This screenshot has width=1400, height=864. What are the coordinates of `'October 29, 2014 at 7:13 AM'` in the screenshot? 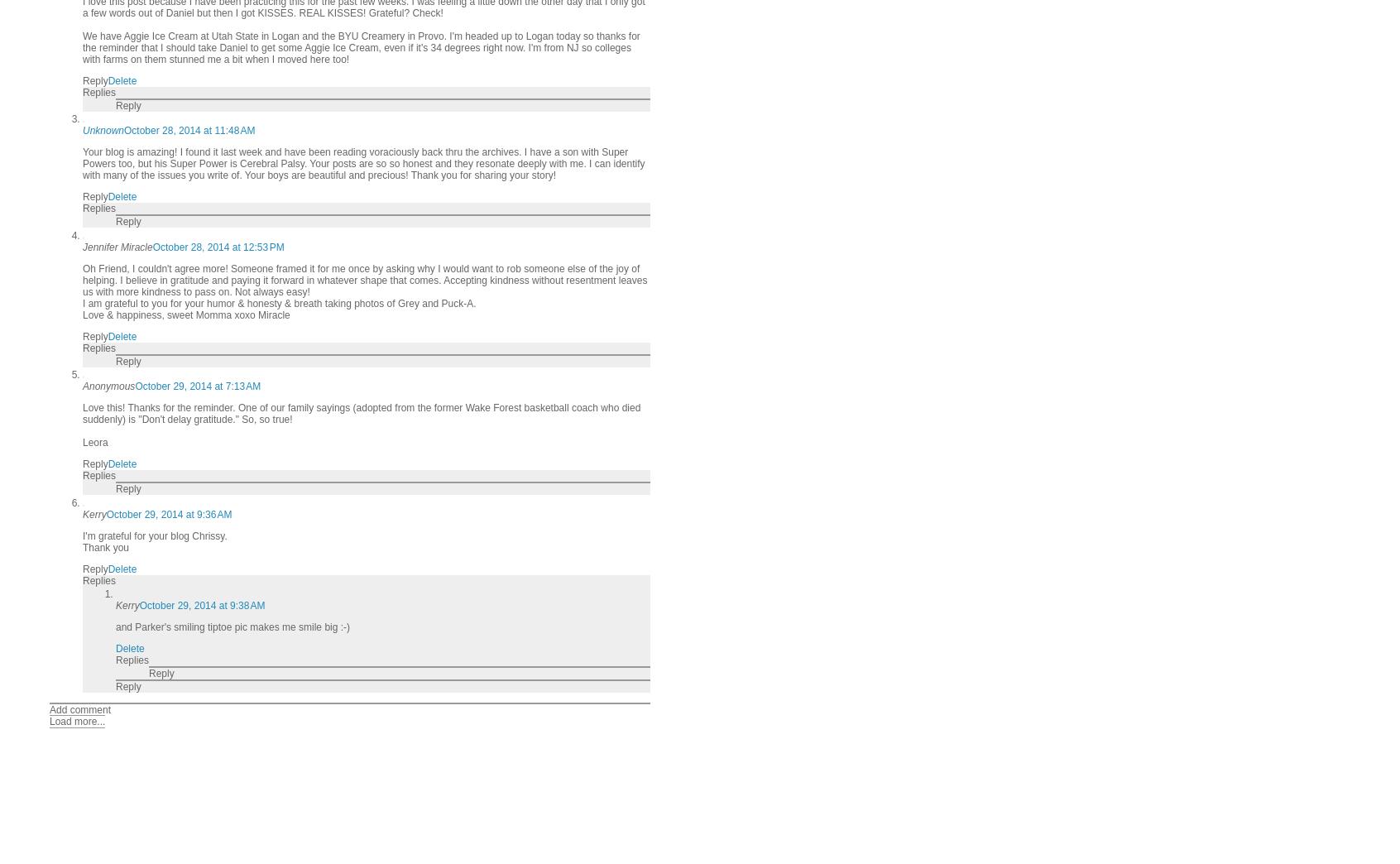 It's located at (198, 386).